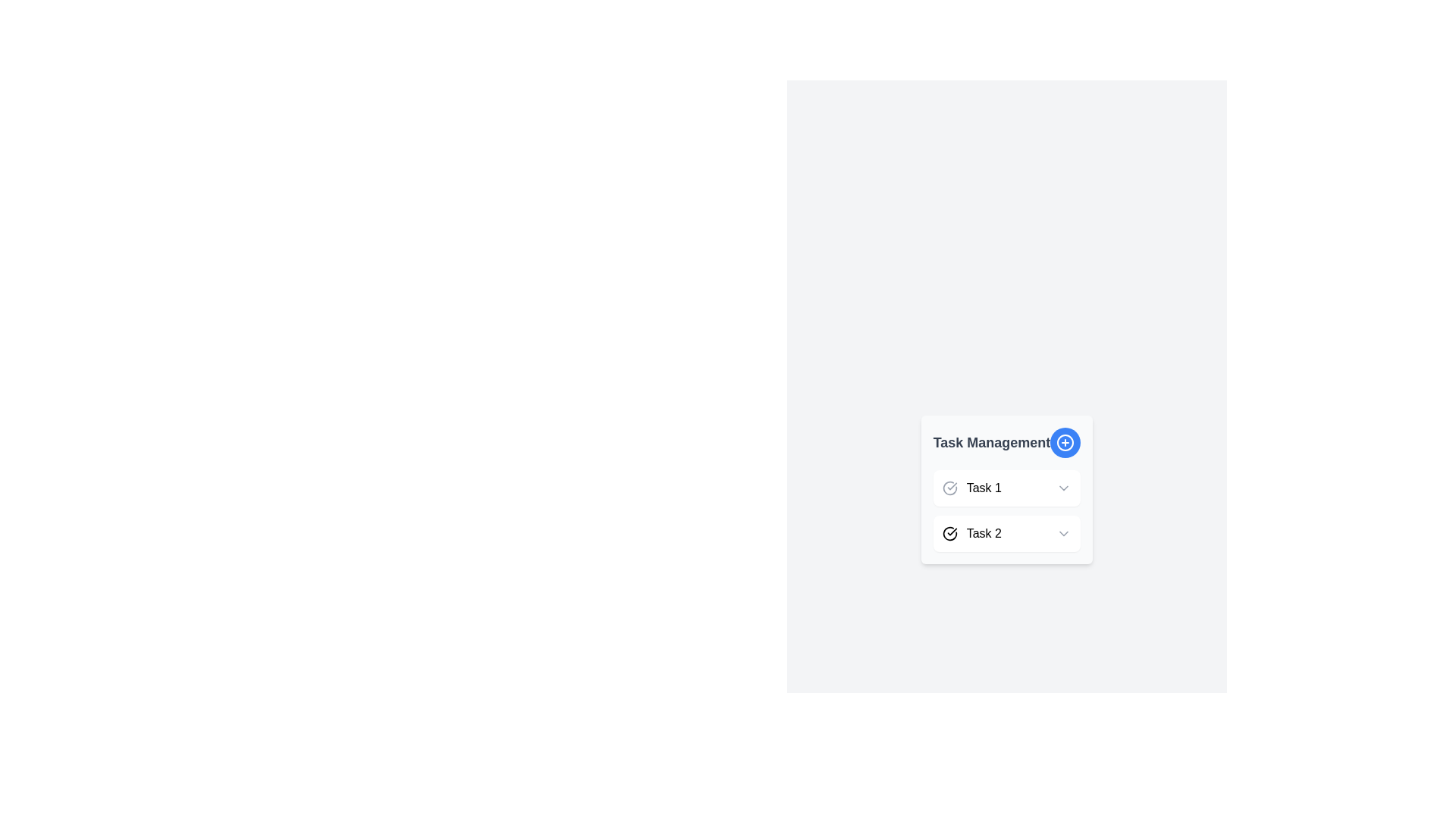  Describe the element at coordinates (949, 533) in the screenshot. I see `the status icon located to the left of 'Task 2' in the task management interface to interact with it` at that location.